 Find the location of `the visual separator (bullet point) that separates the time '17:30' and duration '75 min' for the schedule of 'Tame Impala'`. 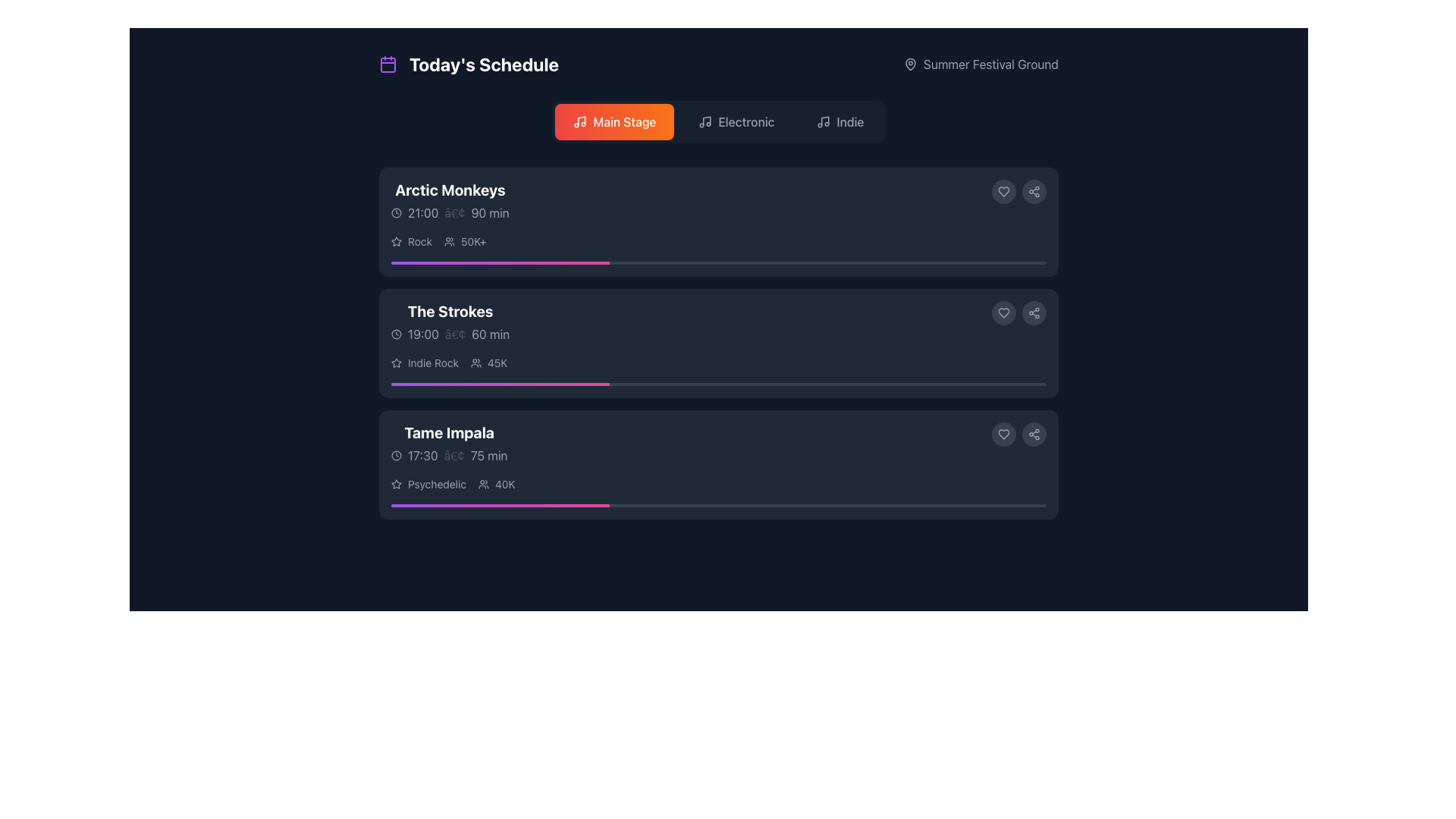

the visual separator (bullet point) that separates the time '17:30' and duration '75 min' for the schedule of 'Tame Impala' is located at coordinates (453, 455).